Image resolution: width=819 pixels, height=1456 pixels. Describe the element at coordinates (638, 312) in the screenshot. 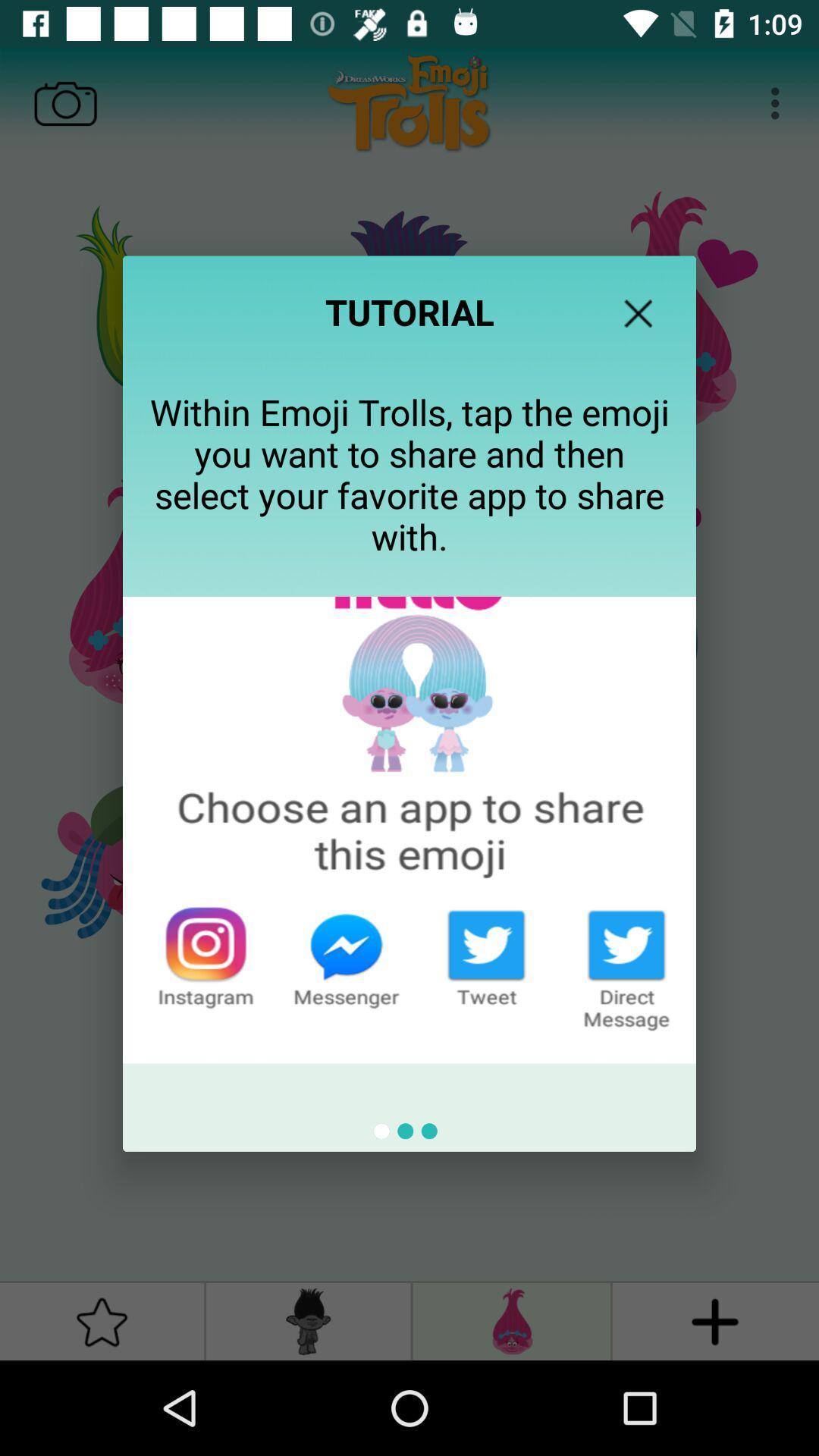

I see `pop-up` at that location.